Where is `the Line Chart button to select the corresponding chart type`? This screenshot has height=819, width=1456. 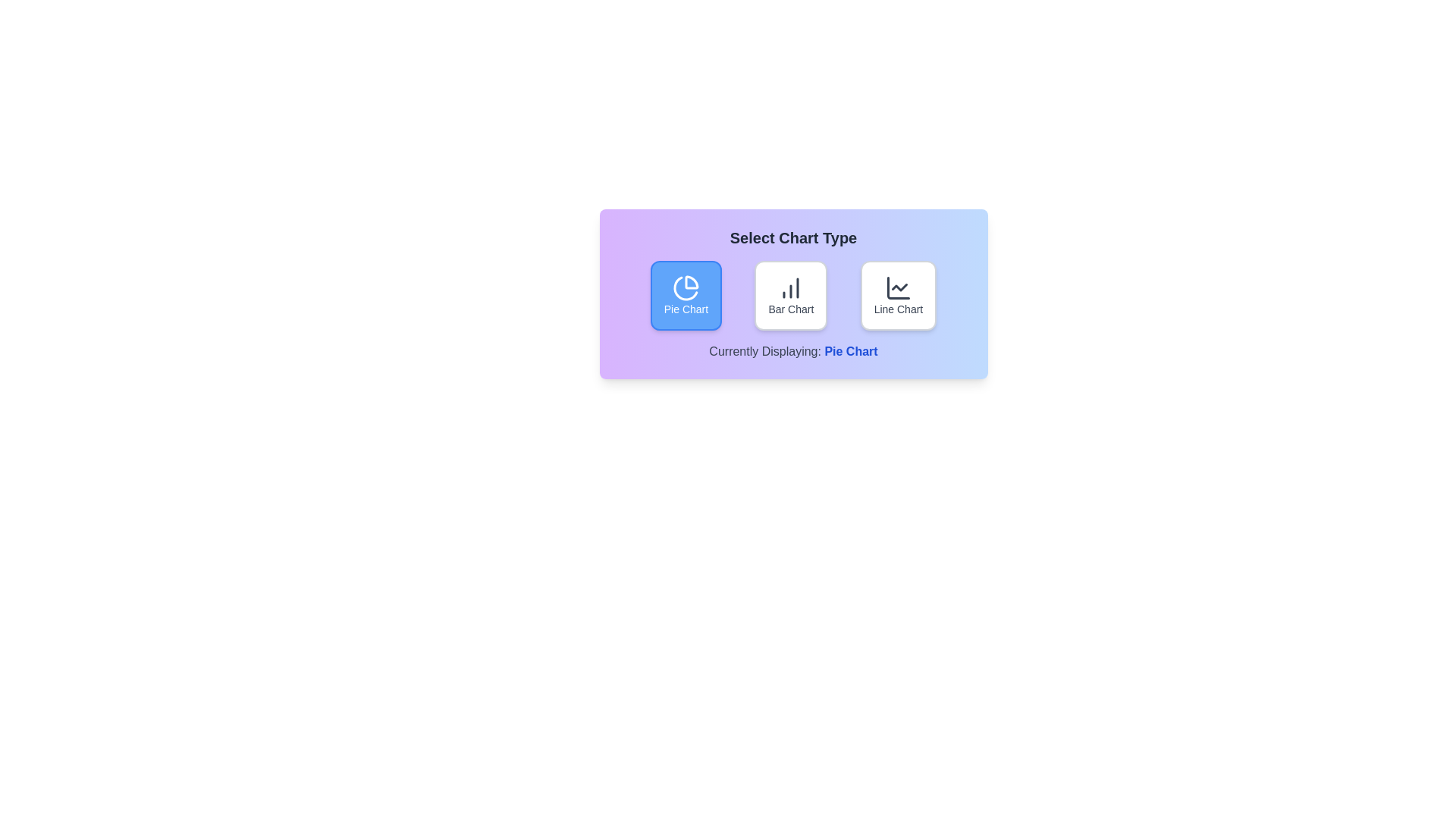
the Line Chart button to select the corresponding chart type is located at coordinates (898, 295).